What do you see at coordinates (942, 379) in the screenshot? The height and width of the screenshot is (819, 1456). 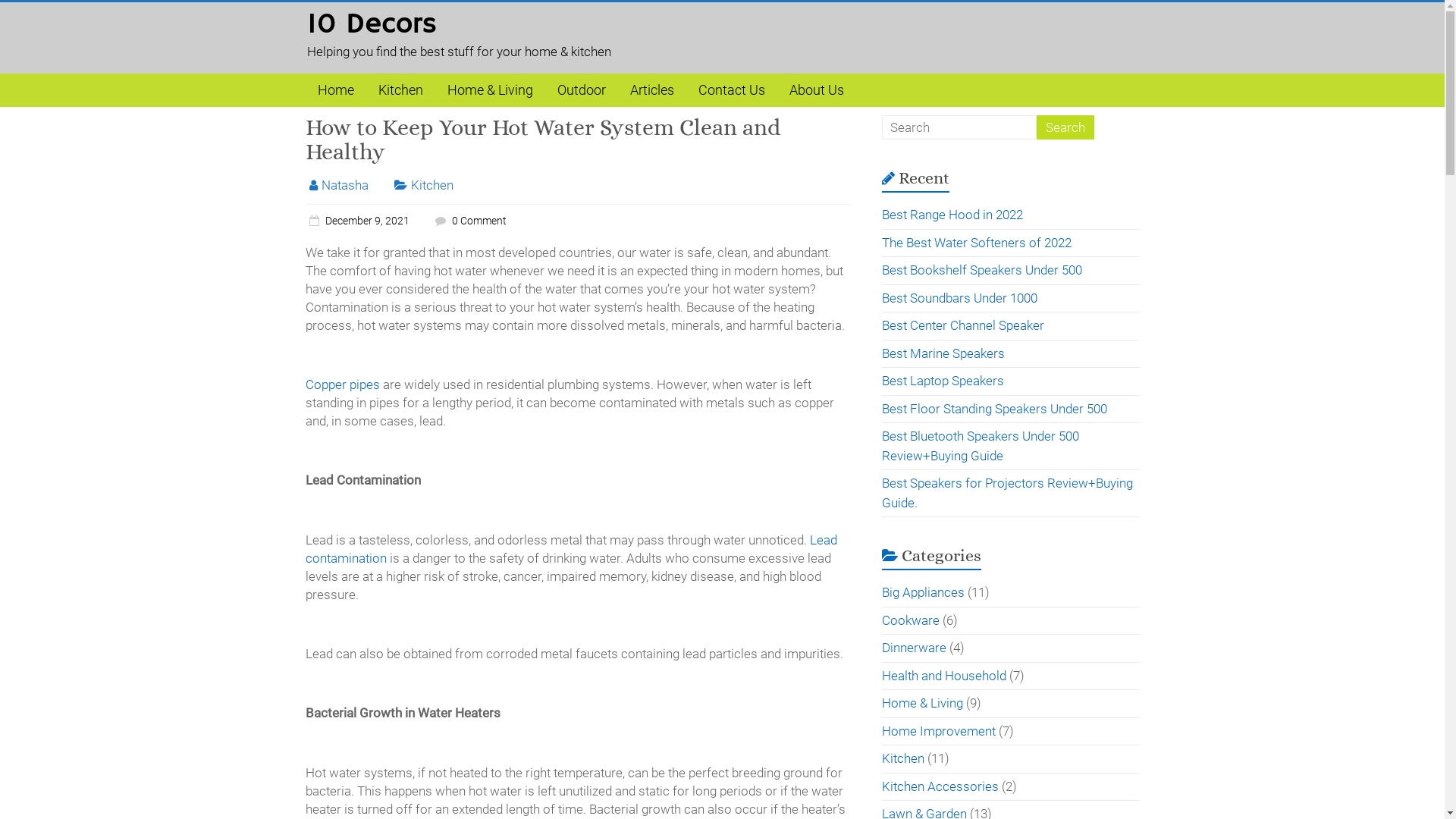 I see `'Best Laptop Speakers'` at bounding box center [942, 379].